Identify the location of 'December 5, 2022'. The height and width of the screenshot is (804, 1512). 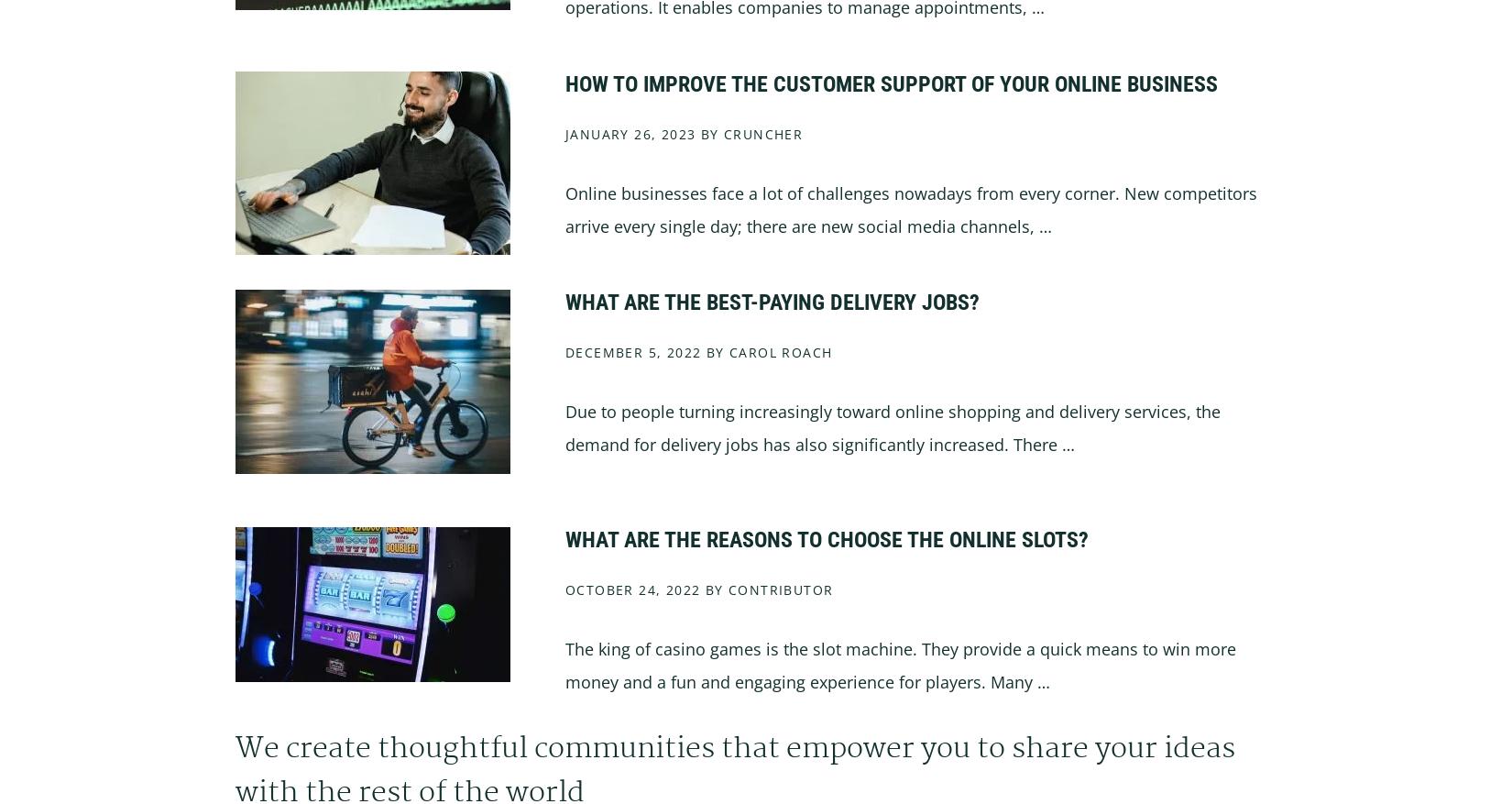
(632, 351).